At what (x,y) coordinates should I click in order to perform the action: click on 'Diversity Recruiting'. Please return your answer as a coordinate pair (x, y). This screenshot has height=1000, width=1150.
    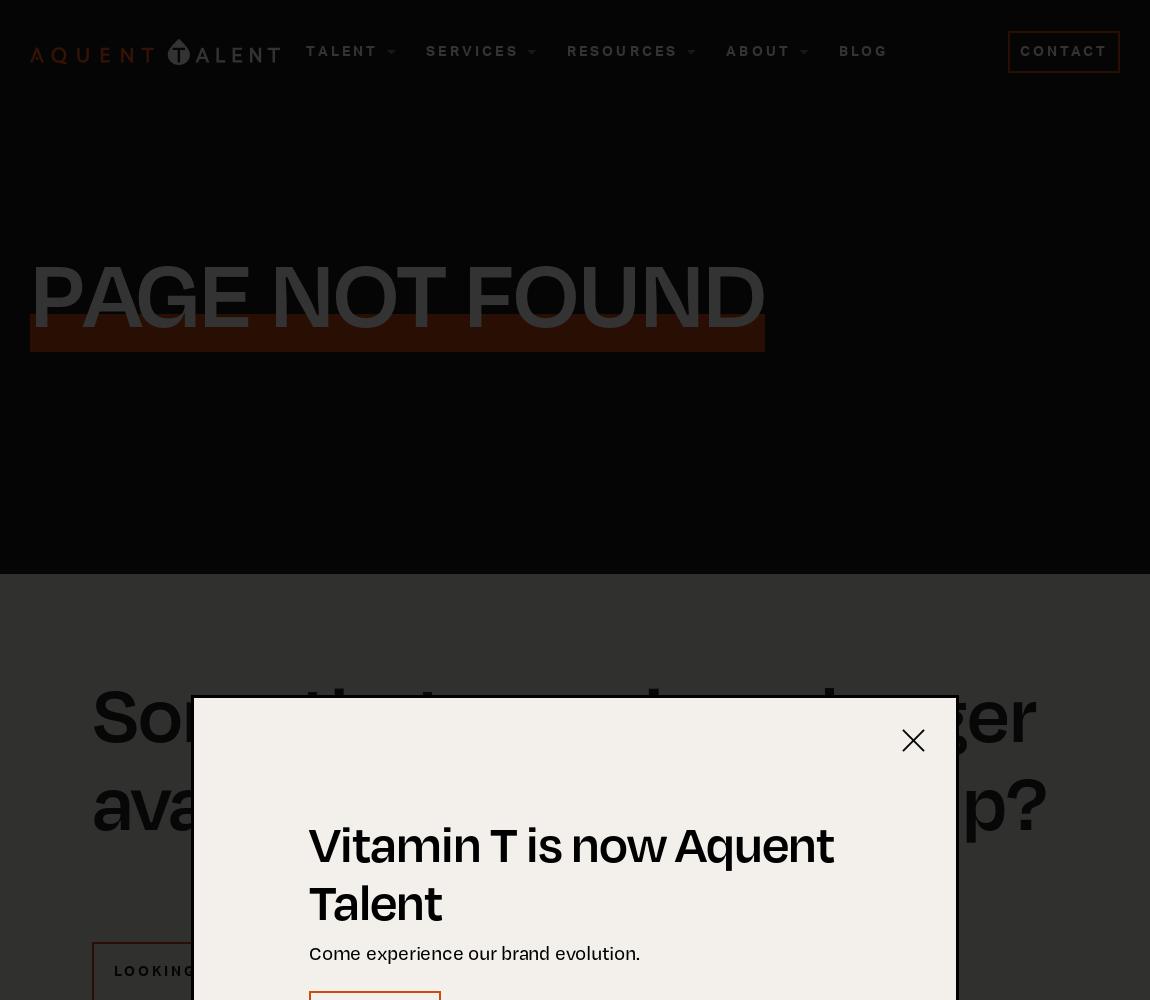
    Looking at the image, I should click on (503, 243).